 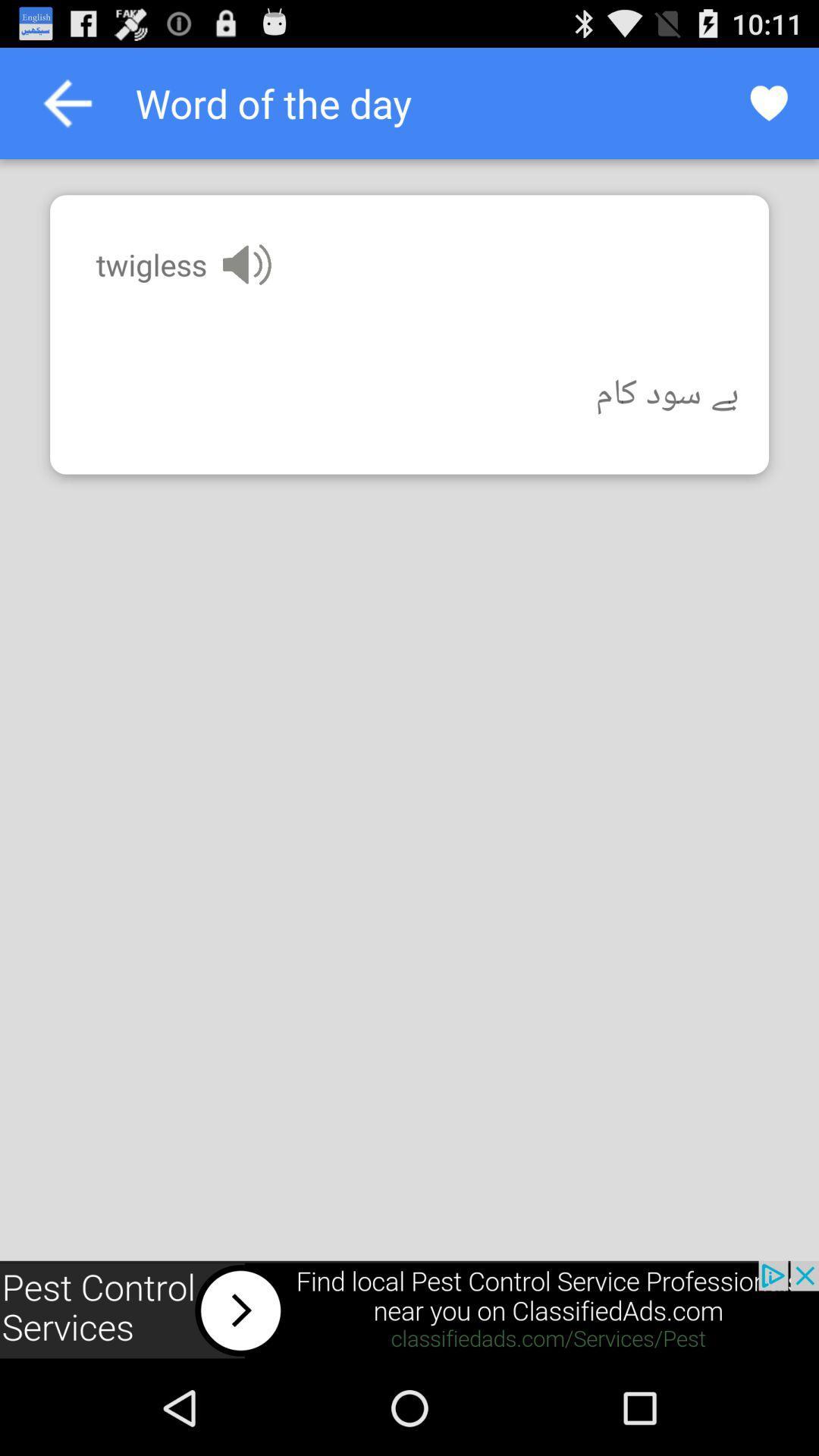 What do you see at coordinates (769, 102) in the screenshot?
I see `rating` at bounding box center [769, 102].